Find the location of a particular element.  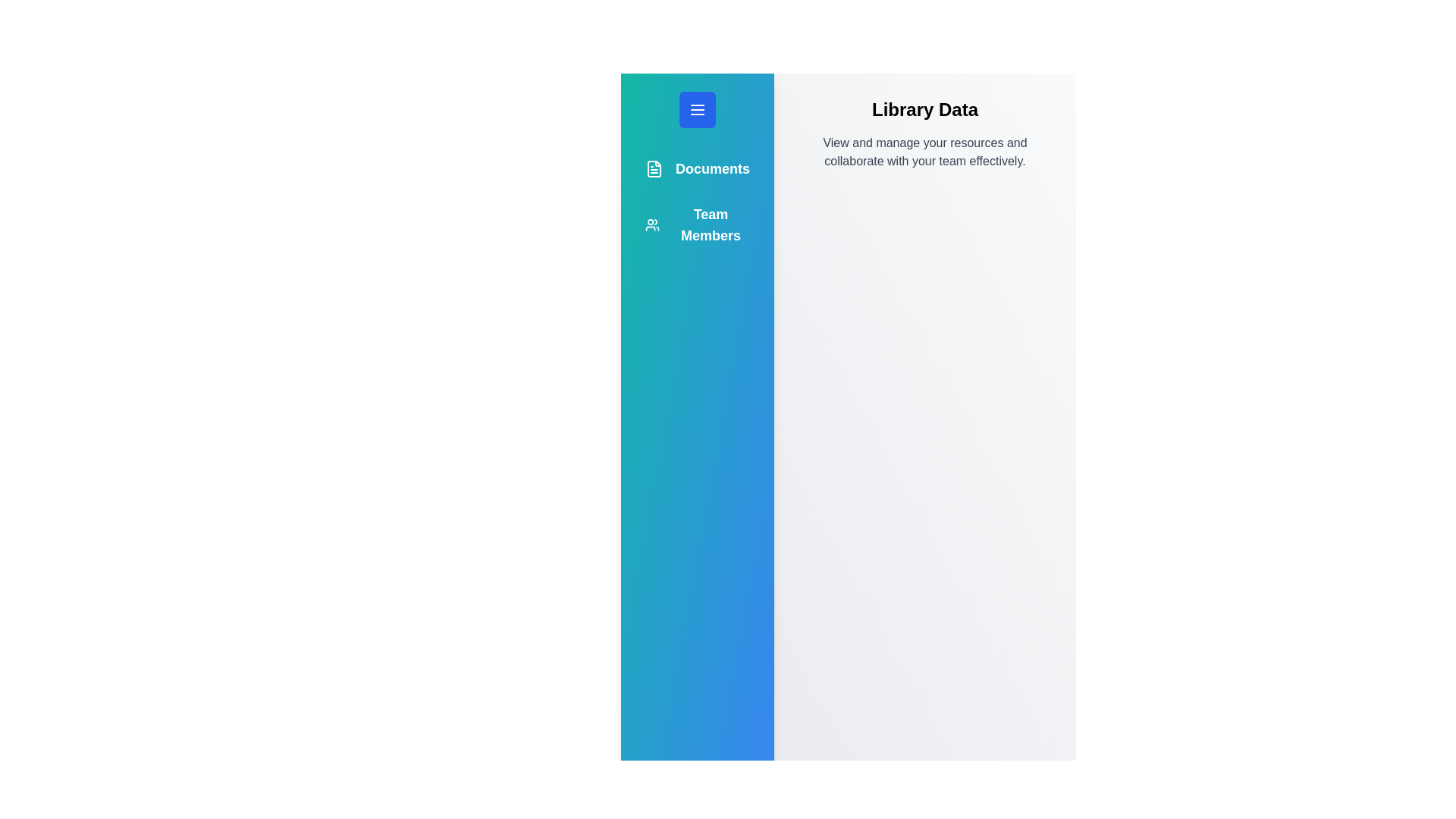

the 'Library Data' title to focus on it is located at coordinates (924, 109).